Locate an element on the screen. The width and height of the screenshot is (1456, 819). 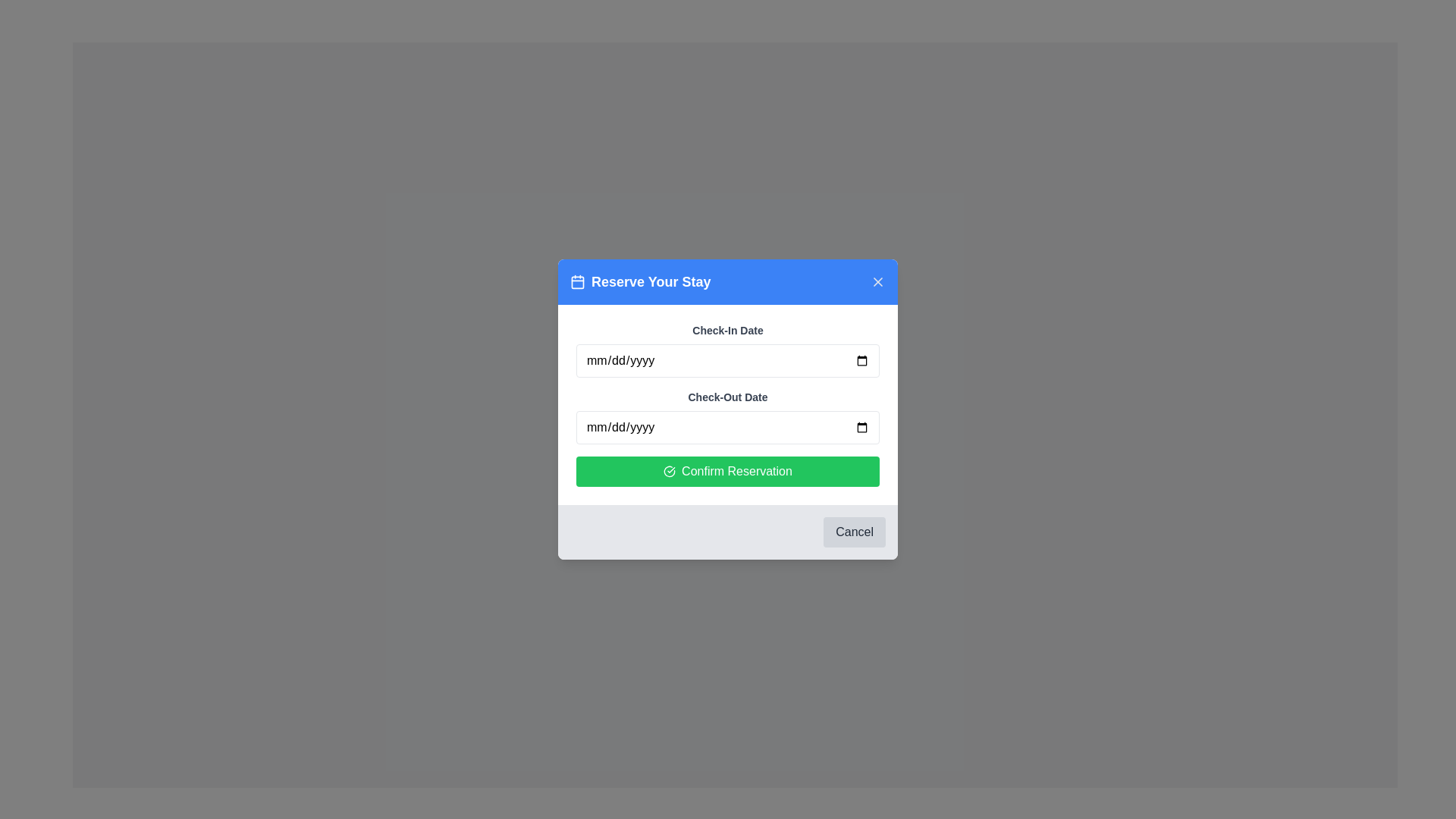
the confirmation icon located on the left side of the 'Confirm Reservation' button in the modal dialog is located at coordinates (669, 470).